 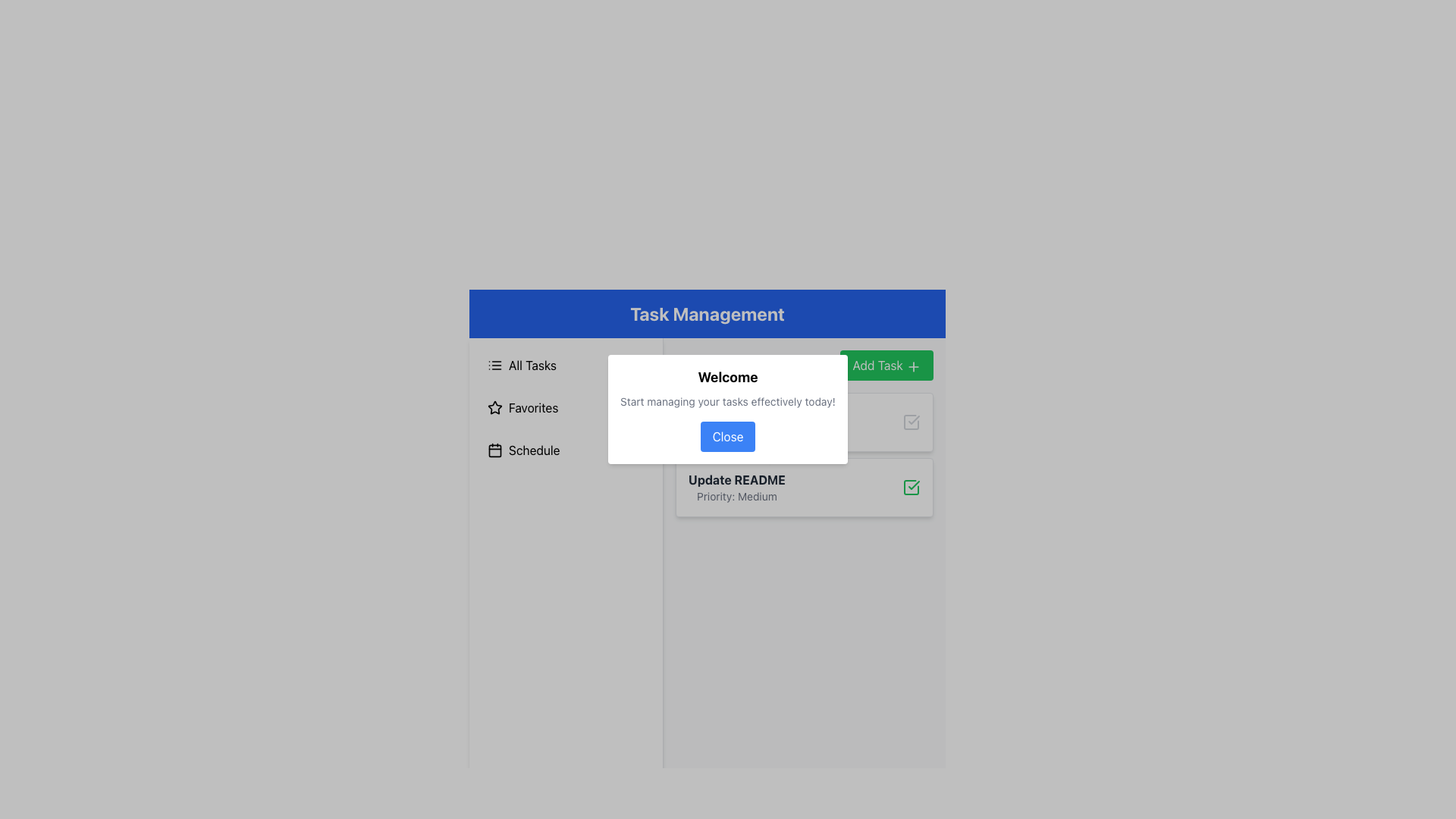 What do you see at coordinates (728, 409) in the screenshot?
I see `the modal dialog box that greets the user and encourages task management` at bounding box center [728, 409].